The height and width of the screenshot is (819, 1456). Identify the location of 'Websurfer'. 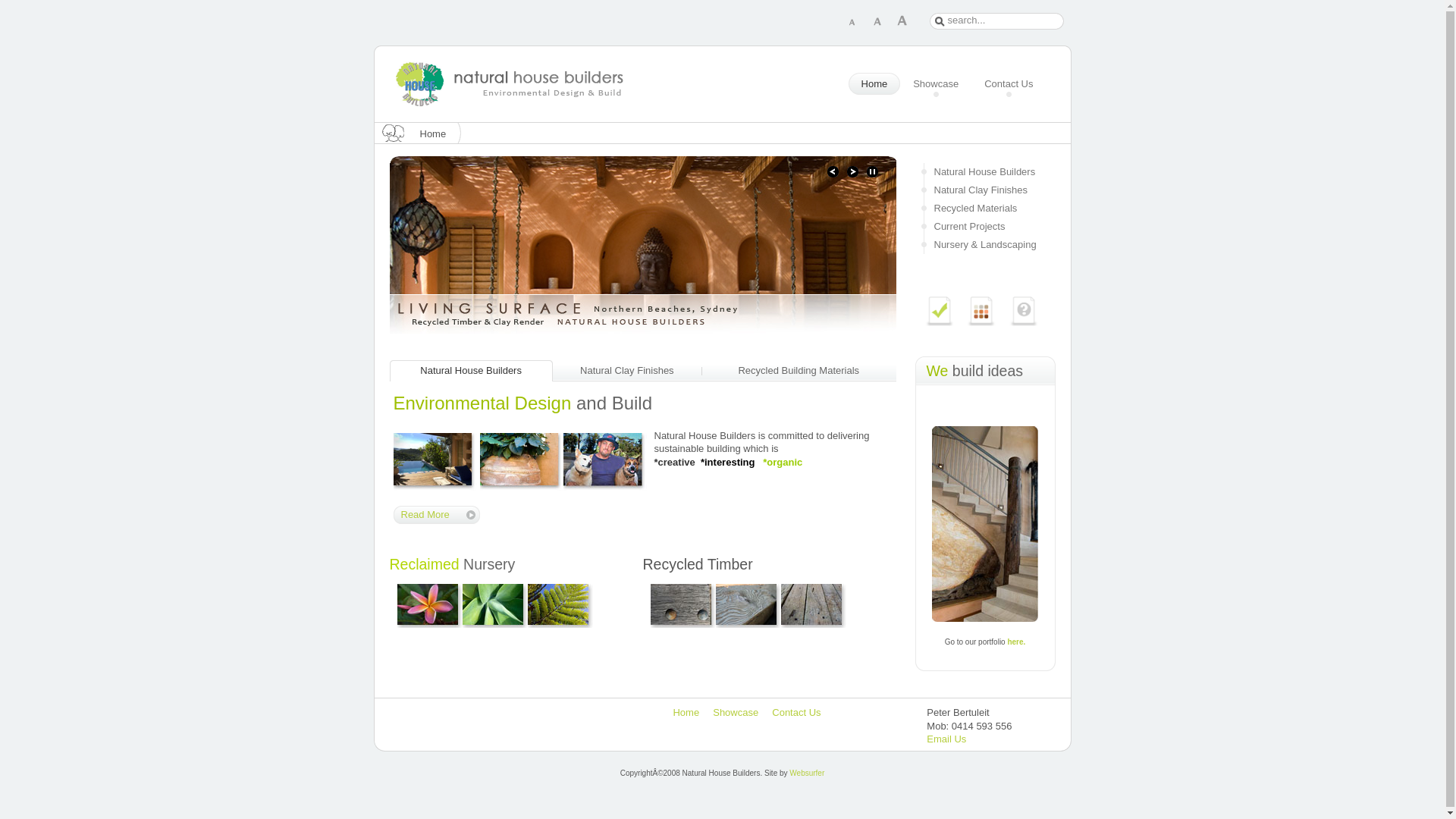
(806, 773).